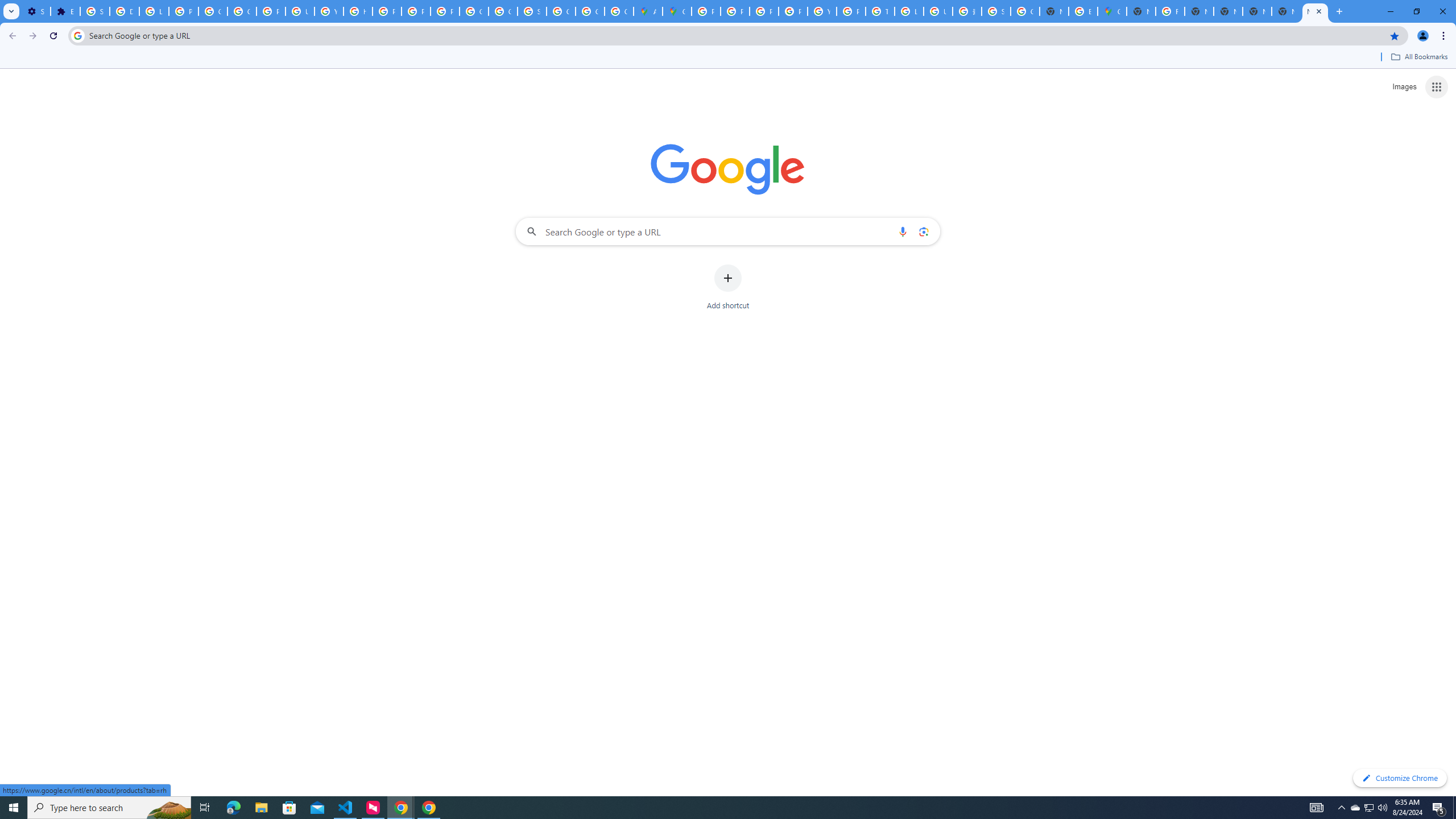 Image resolution: width=1456 pixels, height=819 pixels. I want to click on 'Policy Accountability and Transparency - Transparency Center', so click(705, 11).